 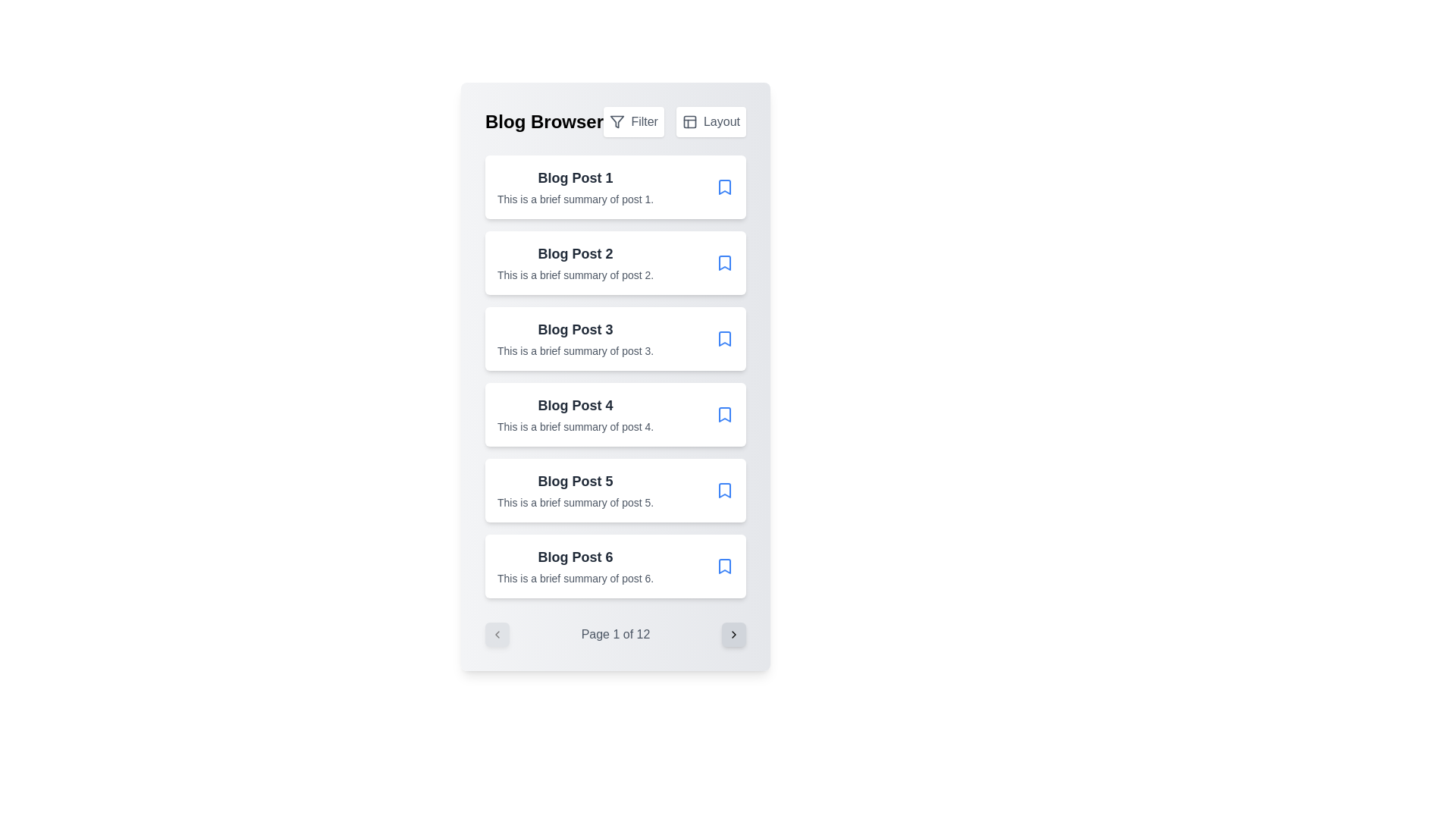 I want to click on the text label that reads 'Filter', which is positioned centrally within the top bar of the interface next to a filter icon, so click(x=645, y=121).